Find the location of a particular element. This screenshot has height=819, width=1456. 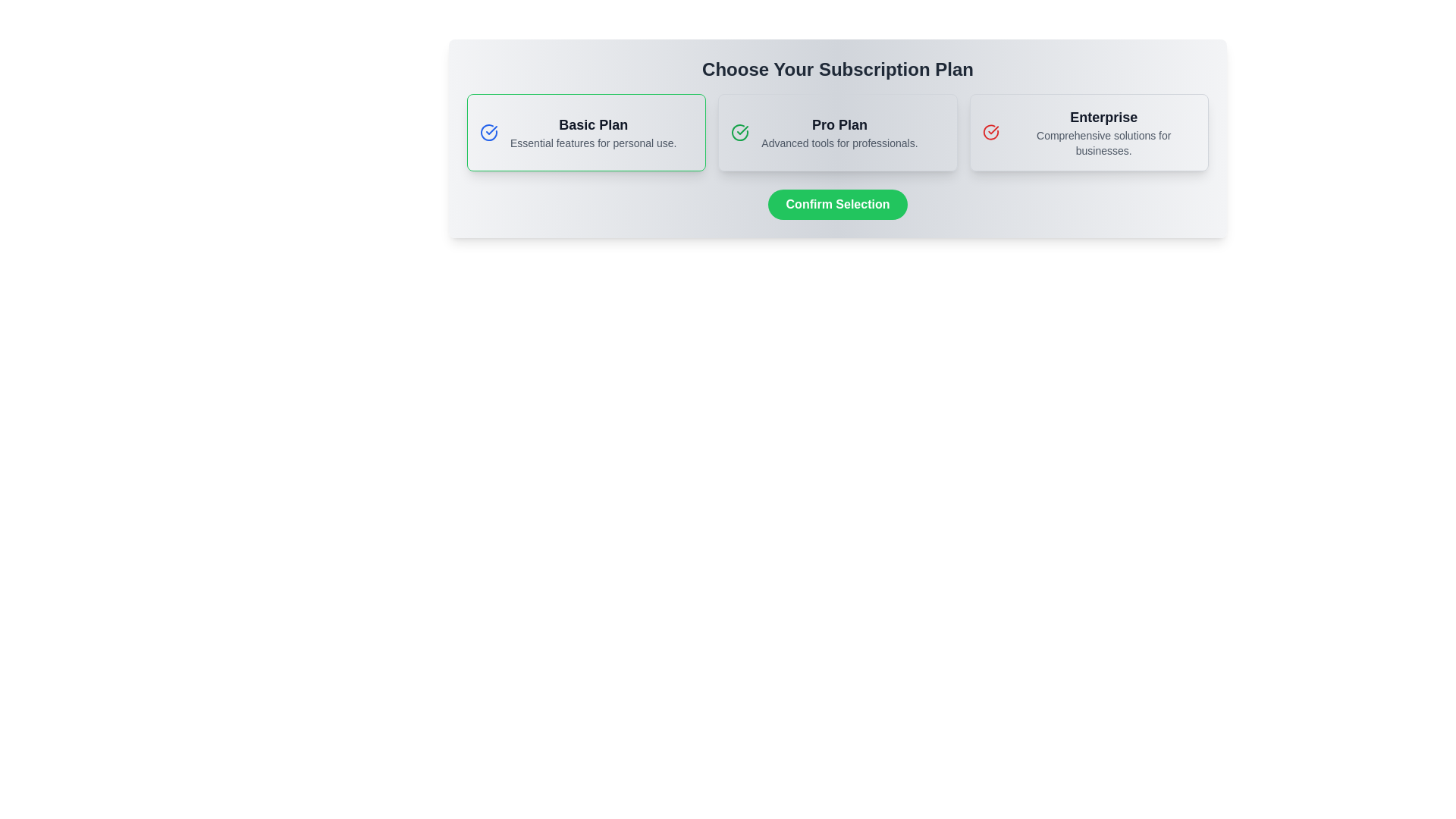

text label for the 'Enterprise' subscription plan, which is located at the top of the rightmost card in a set of three cards labeled 'Basic Plan', 'Pro Plan', and 'Enterprise' is located at coordinates (1103, 116).